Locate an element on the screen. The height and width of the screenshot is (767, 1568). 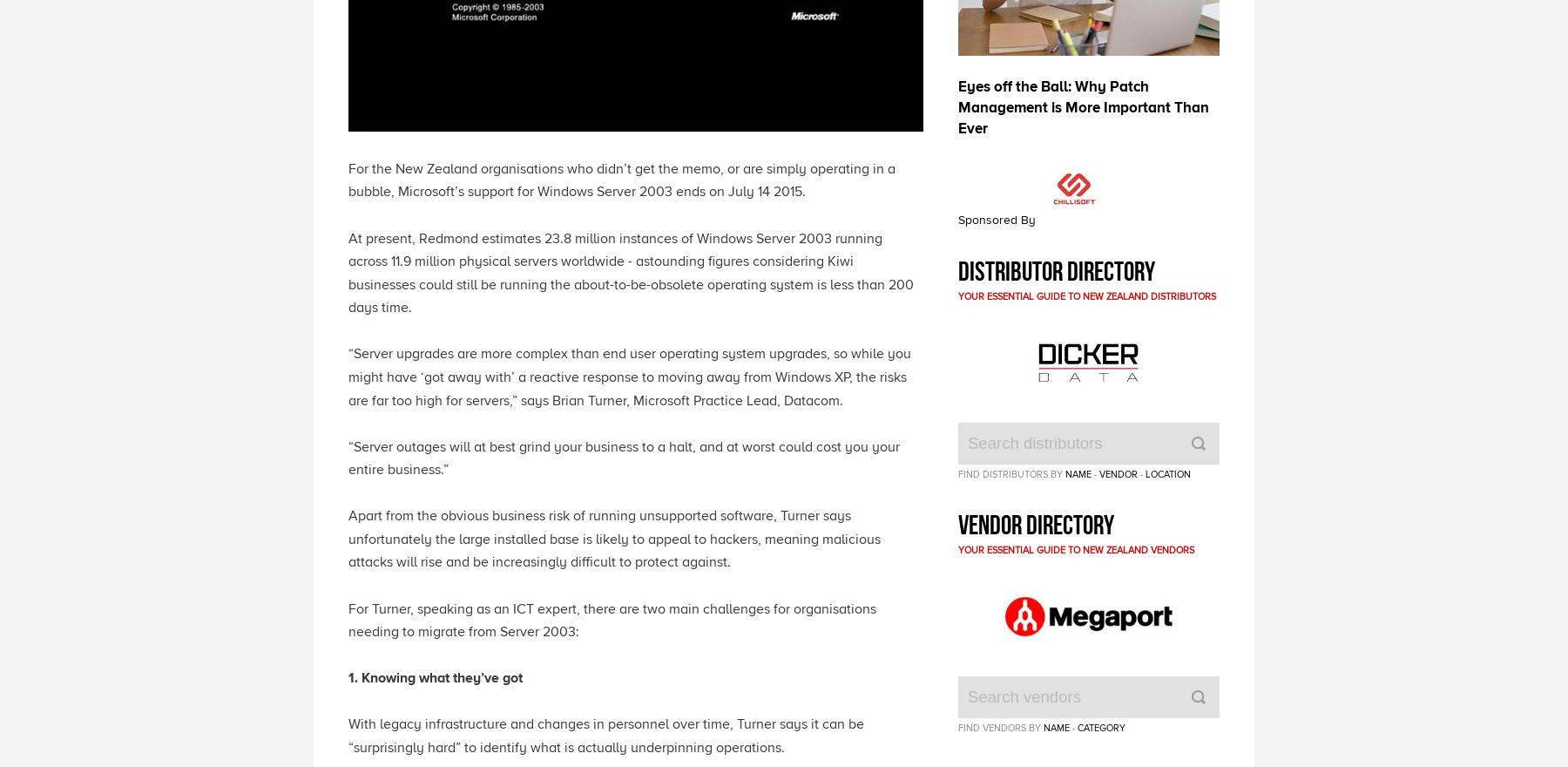
'“Server outages will at best grind your business to a halt, and at worst could cost you your entire business.”' is located at coordinates (348, 457).